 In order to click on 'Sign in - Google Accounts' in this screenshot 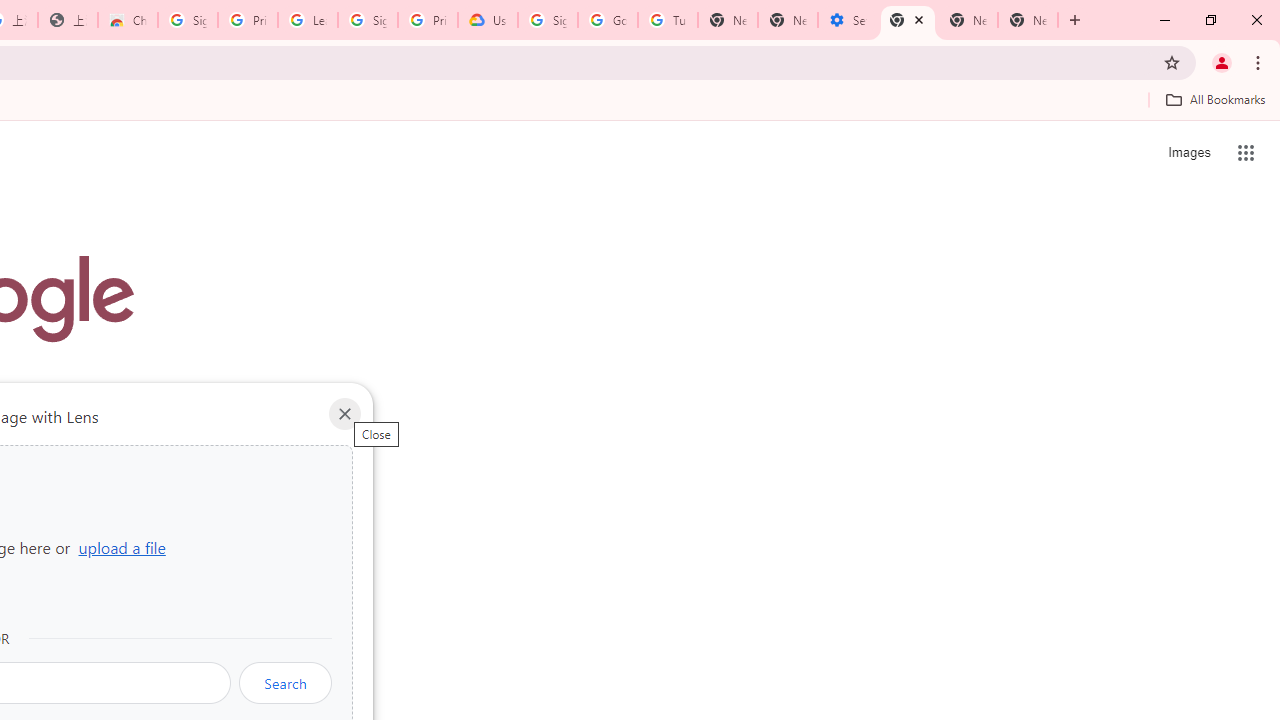, I will do `click(548, 20)`.